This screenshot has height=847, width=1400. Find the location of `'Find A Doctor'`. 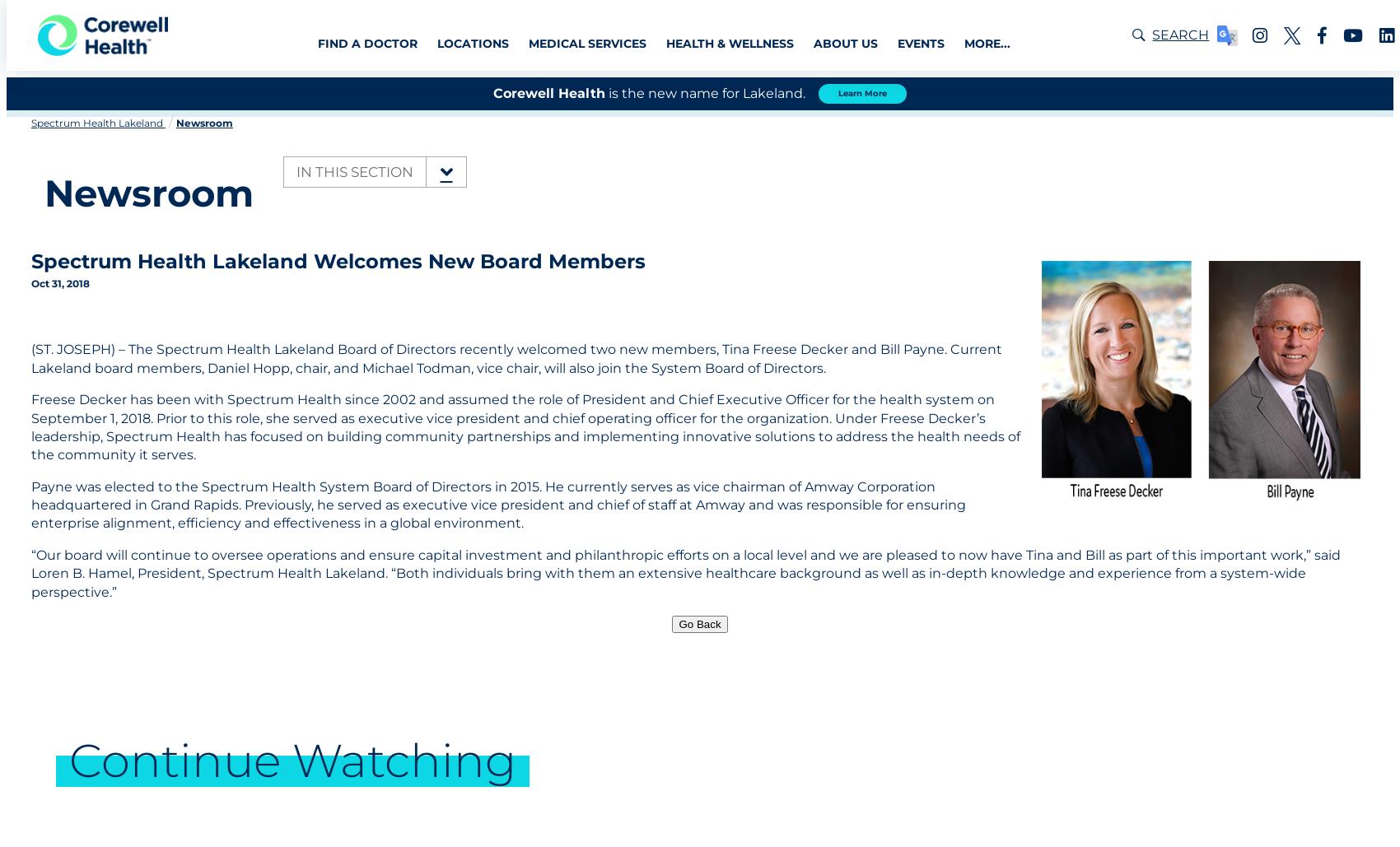

'Find A Doctor' is located at coordinates (366, 43).